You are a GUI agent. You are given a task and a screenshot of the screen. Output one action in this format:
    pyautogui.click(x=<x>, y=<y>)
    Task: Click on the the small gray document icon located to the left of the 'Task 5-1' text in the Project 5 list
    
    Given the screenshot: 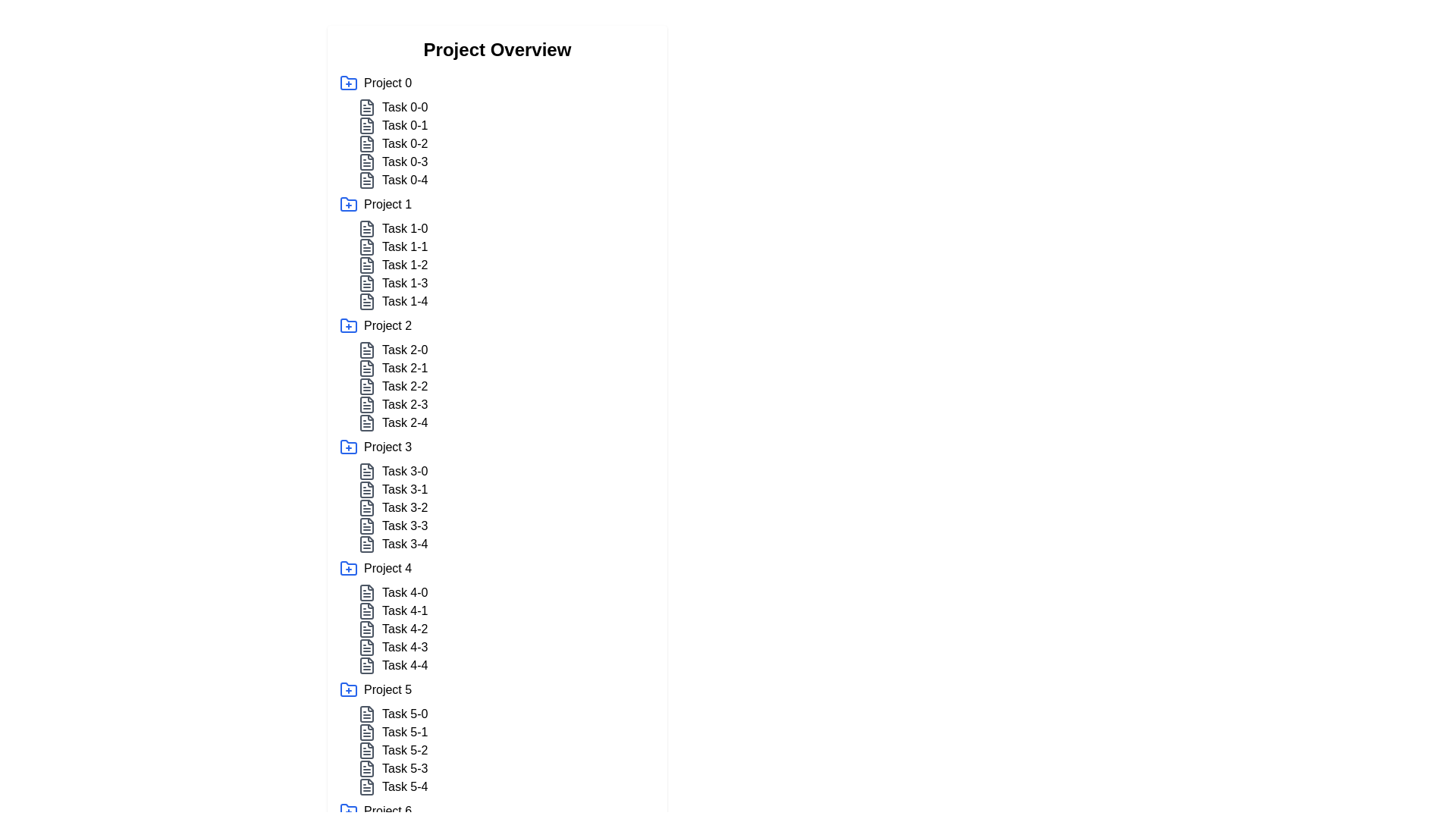 What is the action you would take?
    pyautogui.click(x=367, y=731)
    